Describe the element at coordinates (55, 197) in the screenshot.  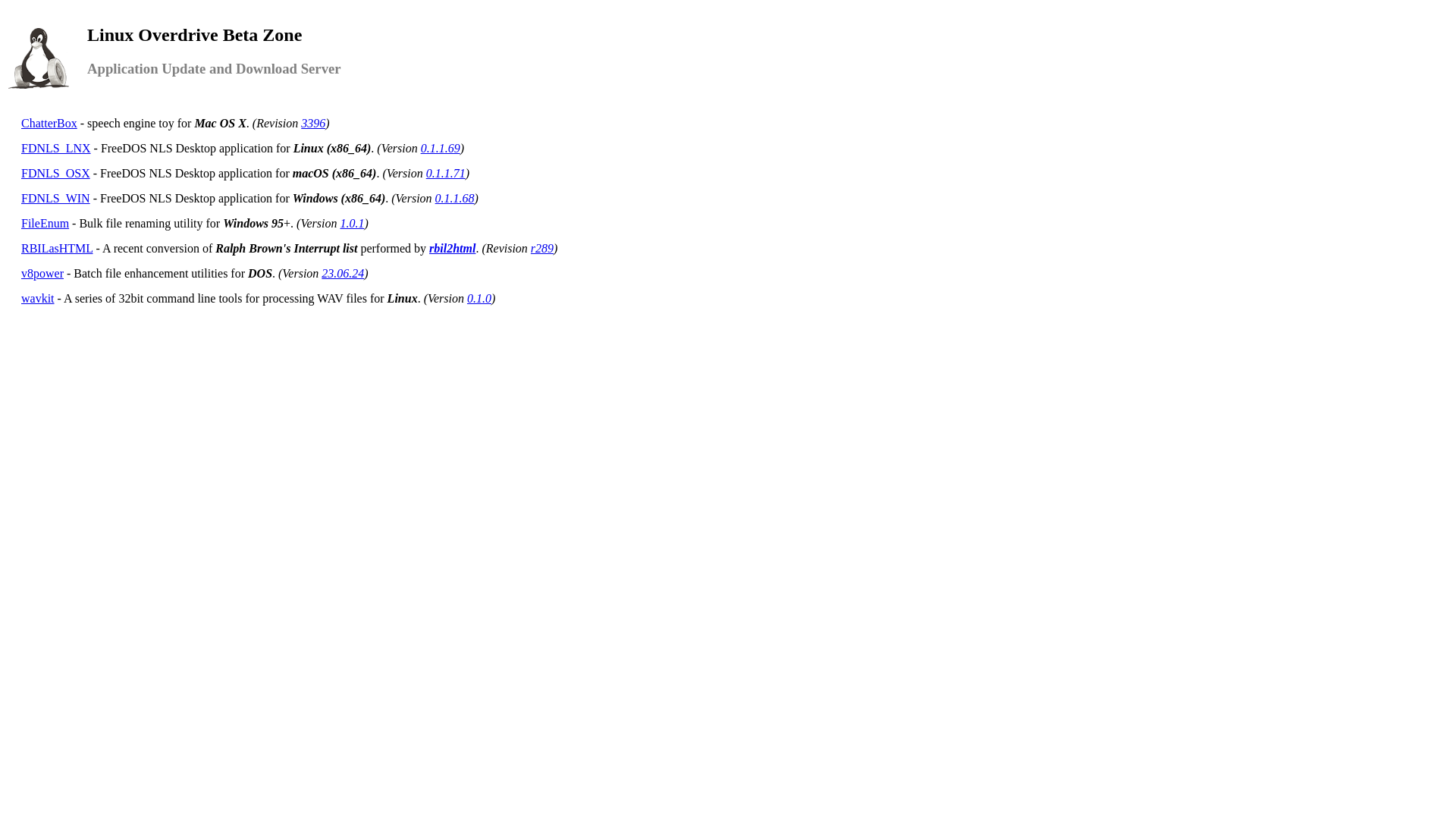
I see `'FDNLS_WIN'` at that location.